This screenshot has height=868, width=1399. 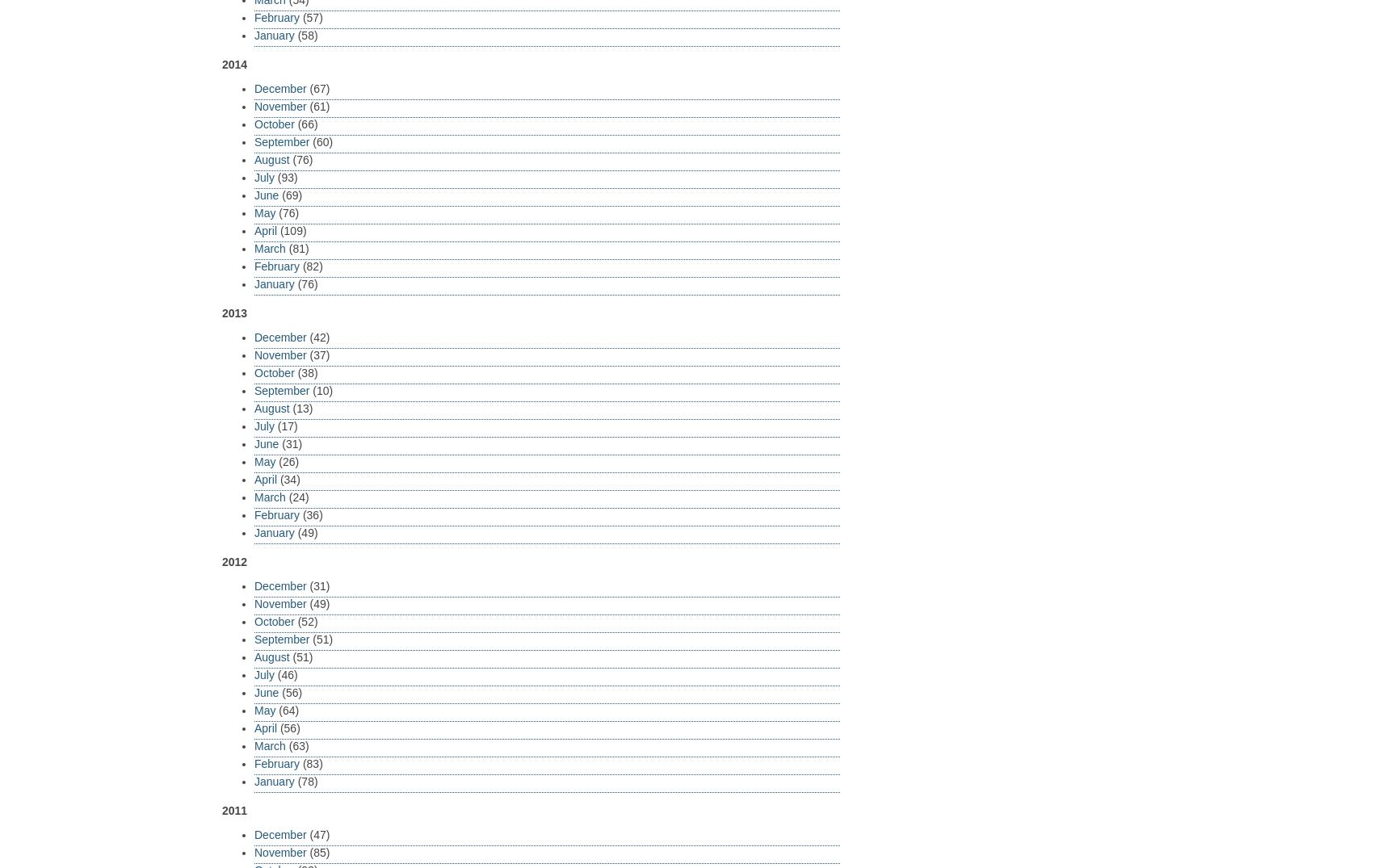 I want to click on '(66)', so click(x=293, y=123).